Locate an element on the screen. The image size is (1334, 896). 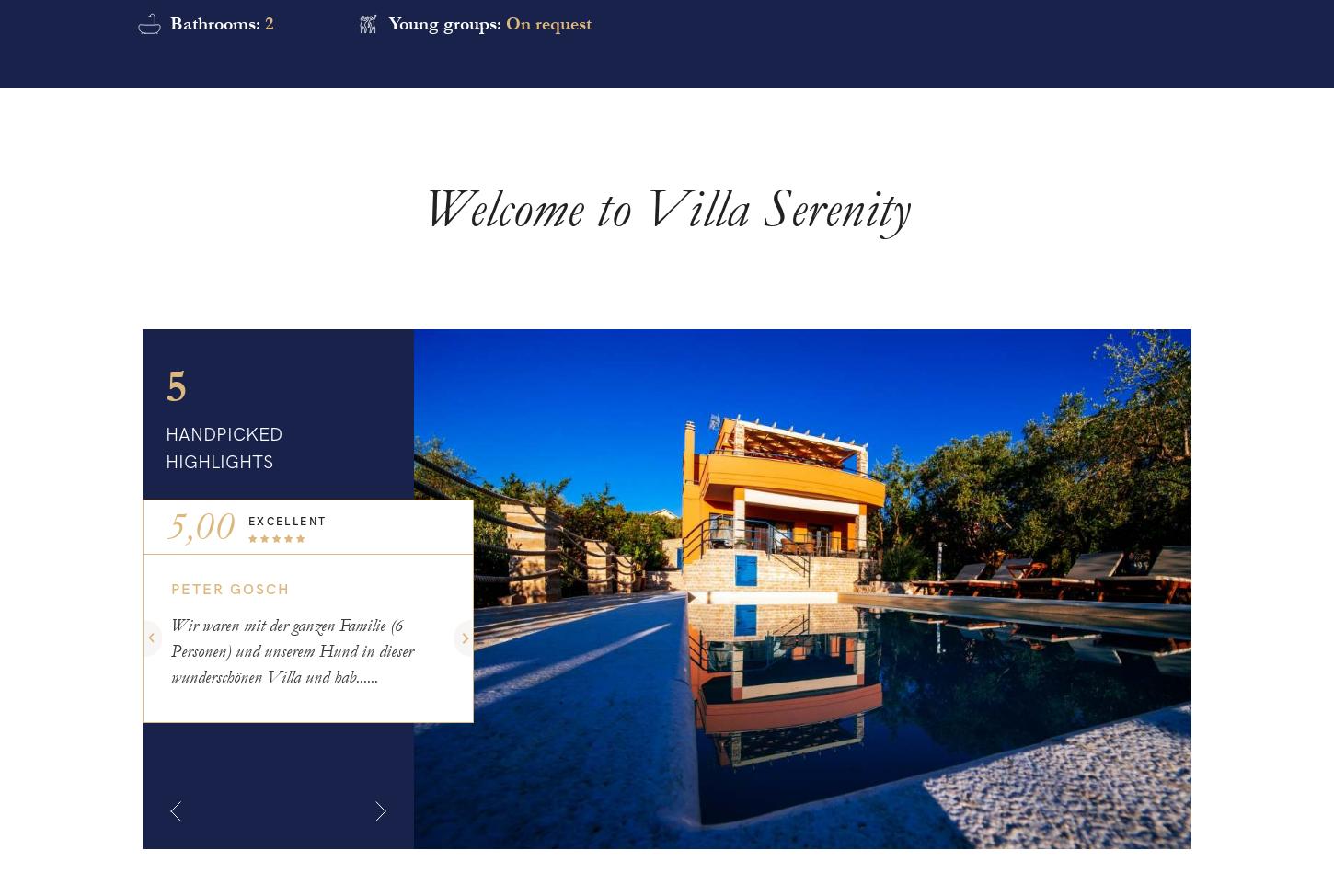
'This website uses cookies. Cookies are used to personalize the content and ads, to provide social media features and analyze website traffic.' is located at coordinates (1142, 799).